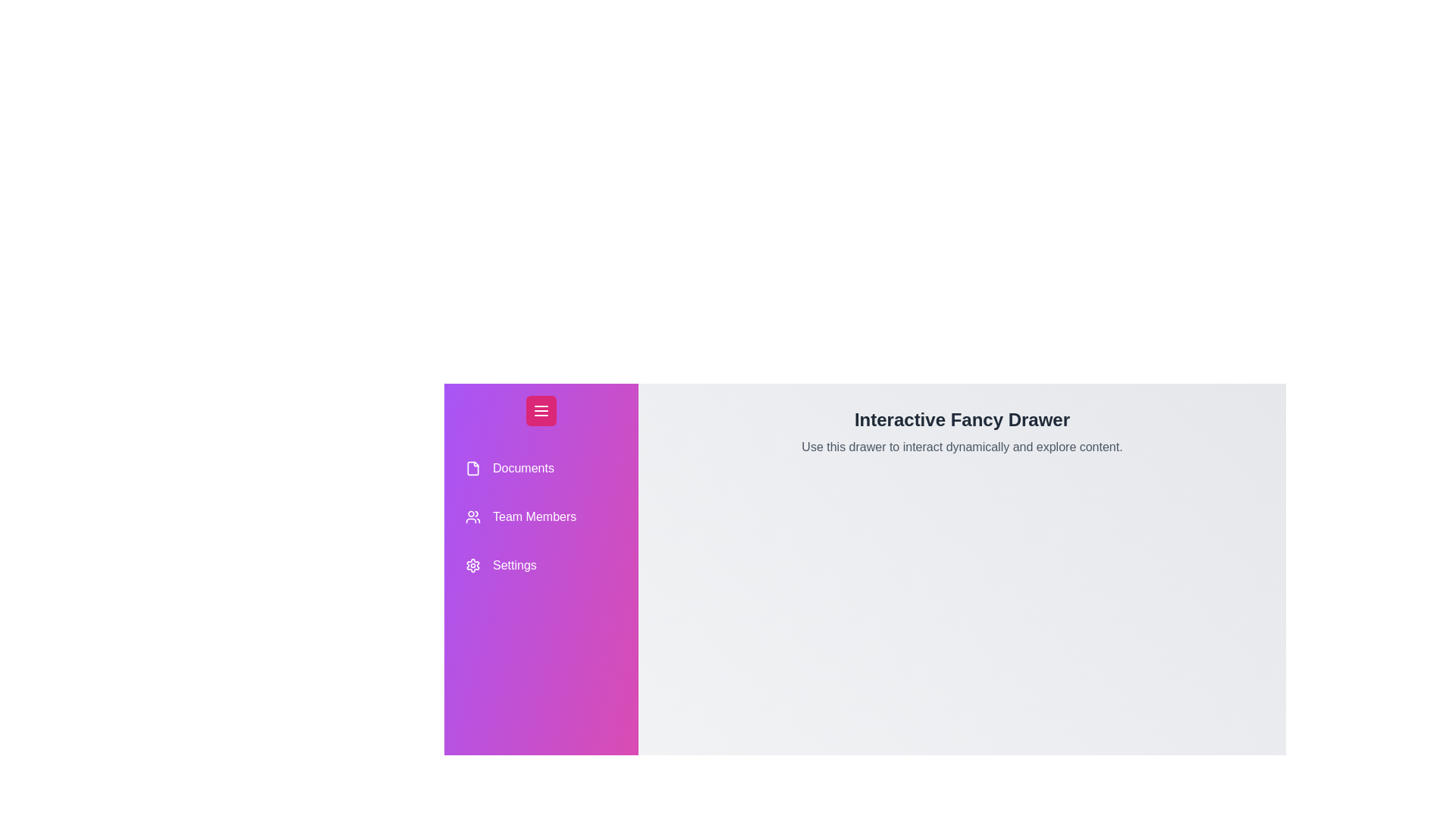 The image size is (1456, 819). Describe the element at coordinates (541, 411) in the screenshot. I see `menu button to toggle the drawer's state` at that location.